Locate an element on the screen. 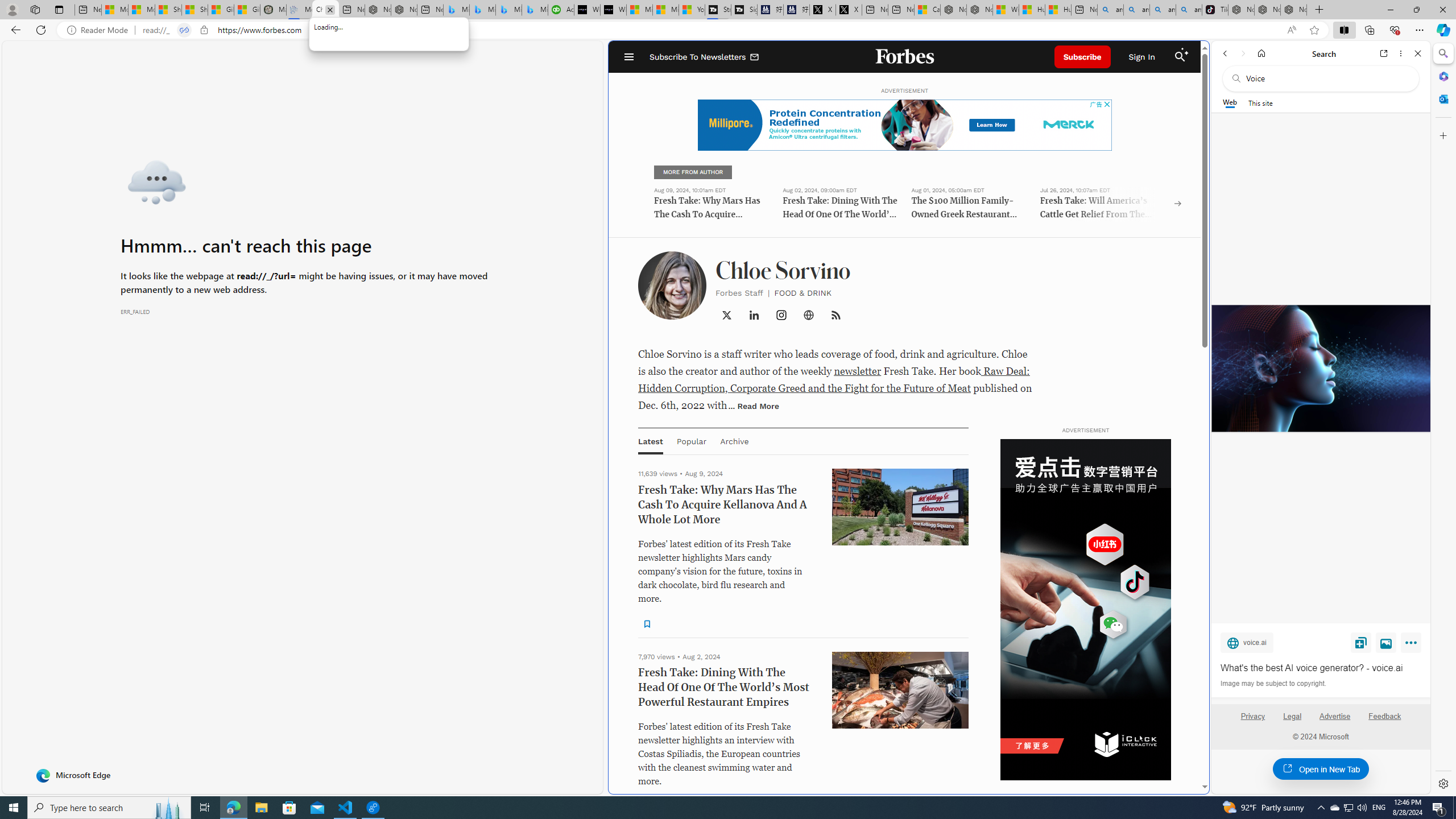 The image size is (1456, 819). 'FOOD & DRINK' is located at coordinates (802, 292).